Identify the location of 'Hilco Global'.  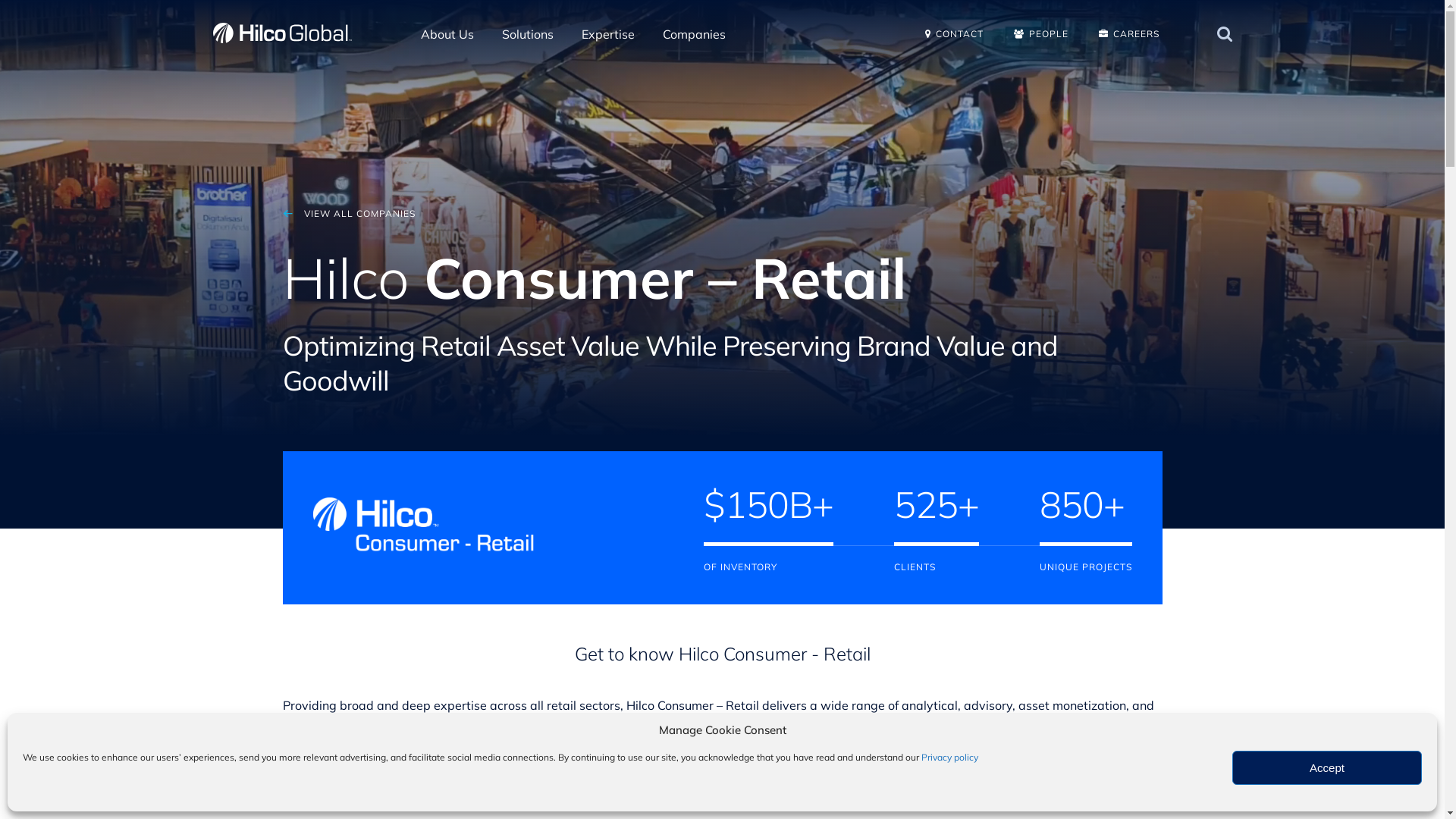
(211, 33).